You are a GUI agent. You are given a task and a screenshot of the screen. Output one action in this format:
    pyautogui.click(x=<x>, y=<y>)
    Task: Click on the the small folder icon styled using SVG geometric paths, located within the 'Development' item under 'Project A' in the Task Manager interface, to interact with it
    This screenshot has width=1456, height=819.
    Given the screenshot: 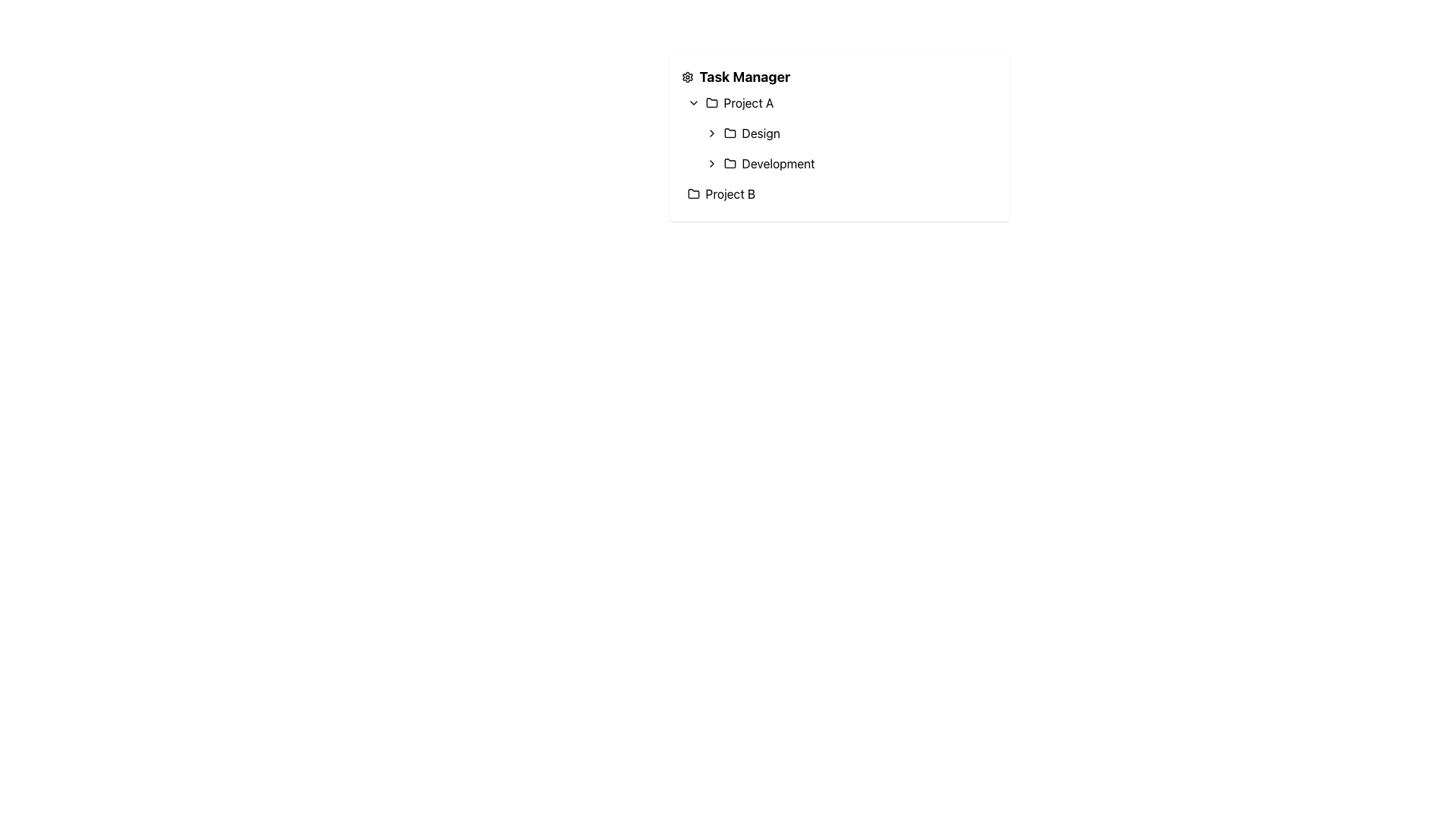 What is the action you would take?
    pyautogui.click(x=730, y=163)
    